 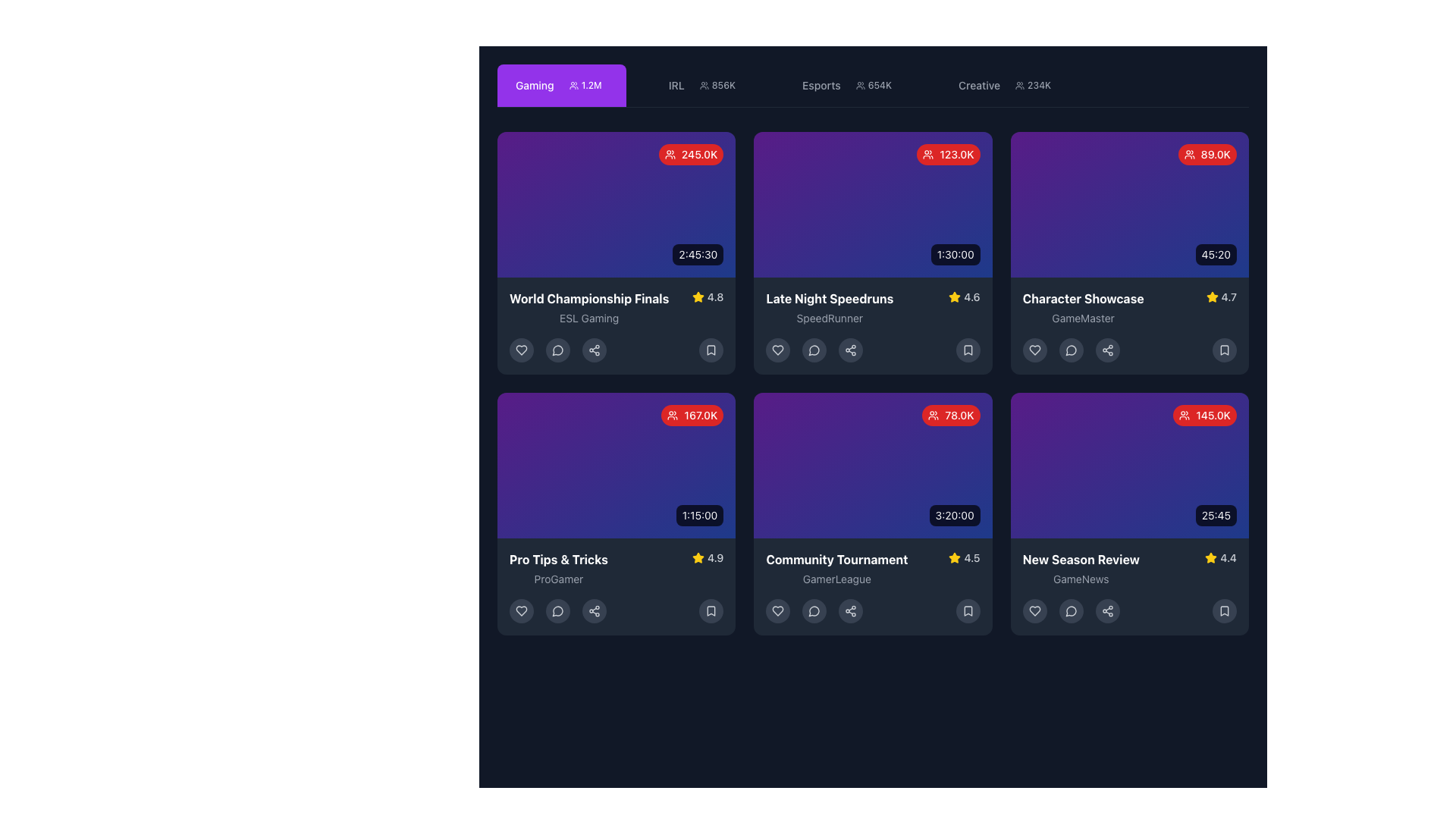 I want to click on text label displaying '245.0K' in white on a red rounded rectangle background, located at the top-right corner of the 'World Championship Finals' card, so click(x=698, y=155).